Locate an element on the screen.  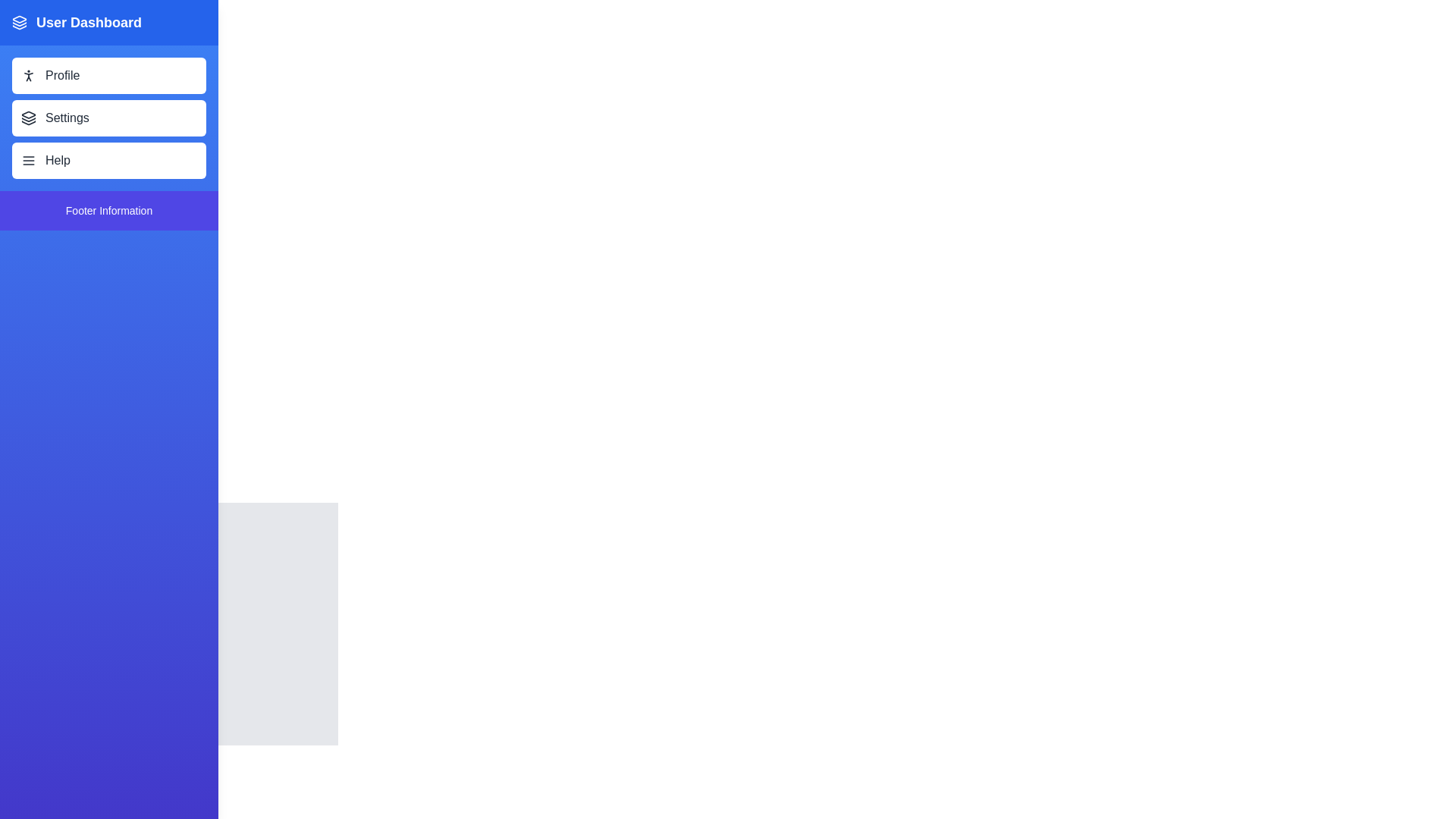
the graphical icon that signifies a metaphorical 'layer' or 'stack', located between two similar components in a vertical arrangement is located at coordinates (19, 24).